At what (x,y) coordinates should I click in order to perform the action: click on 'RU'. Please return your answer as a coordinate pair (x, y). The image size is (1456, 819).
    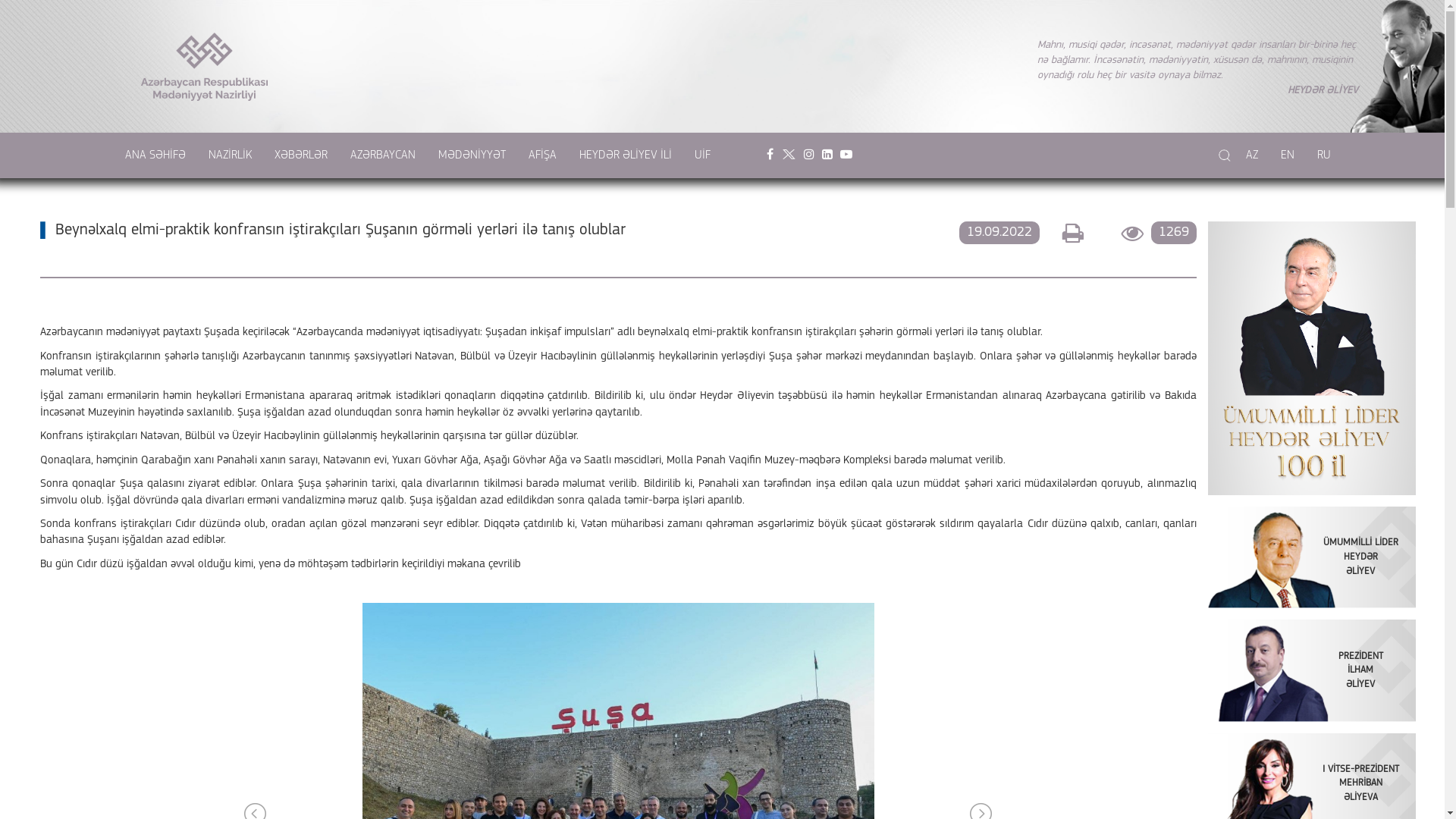
    Looking at the image, I should click on (1323, 155).